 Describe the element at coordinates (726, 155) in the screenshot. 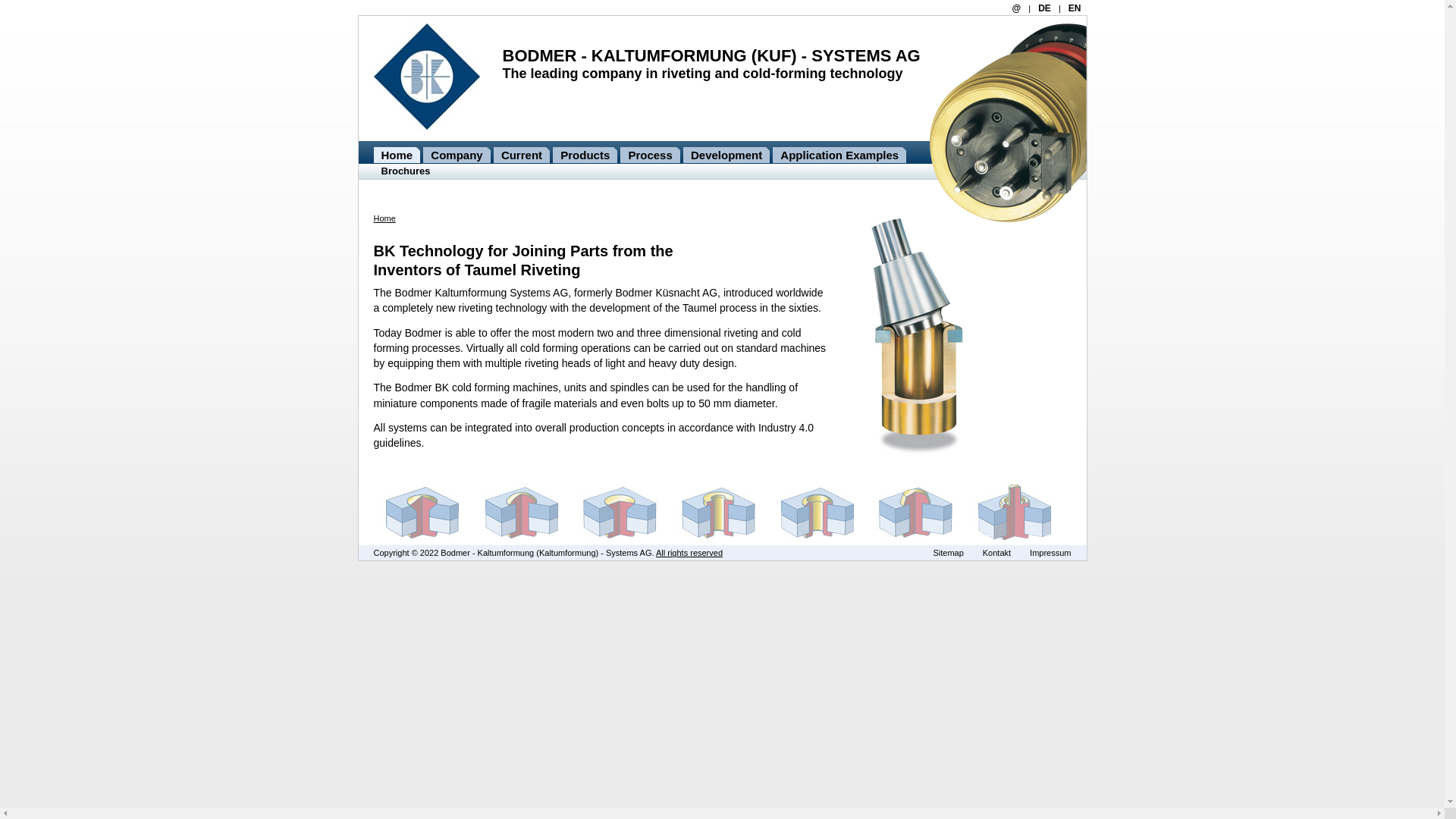

I see `'Development'` at that location.